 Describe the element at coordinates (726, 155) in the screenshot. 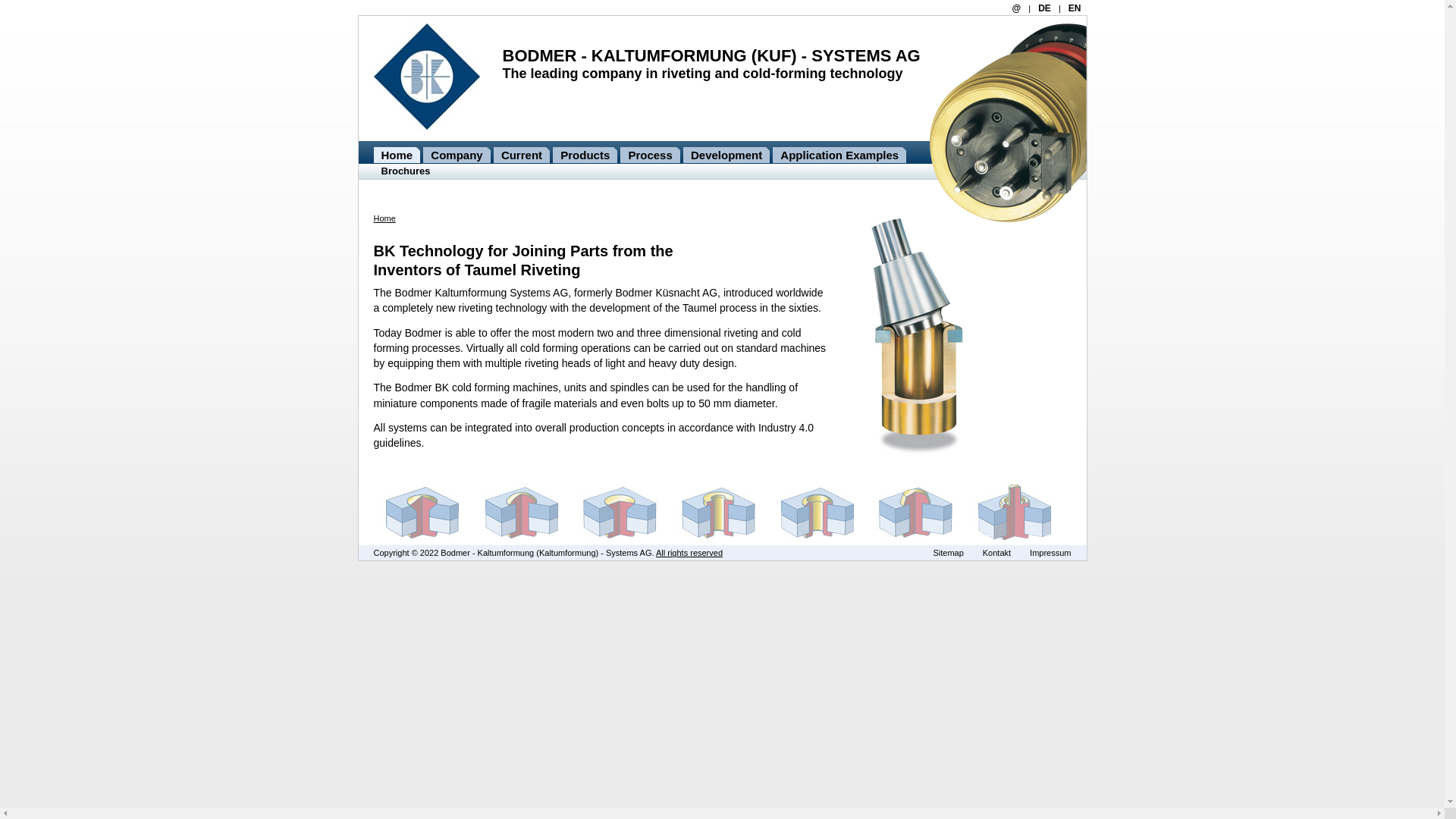

I see `'Development'` at that location.